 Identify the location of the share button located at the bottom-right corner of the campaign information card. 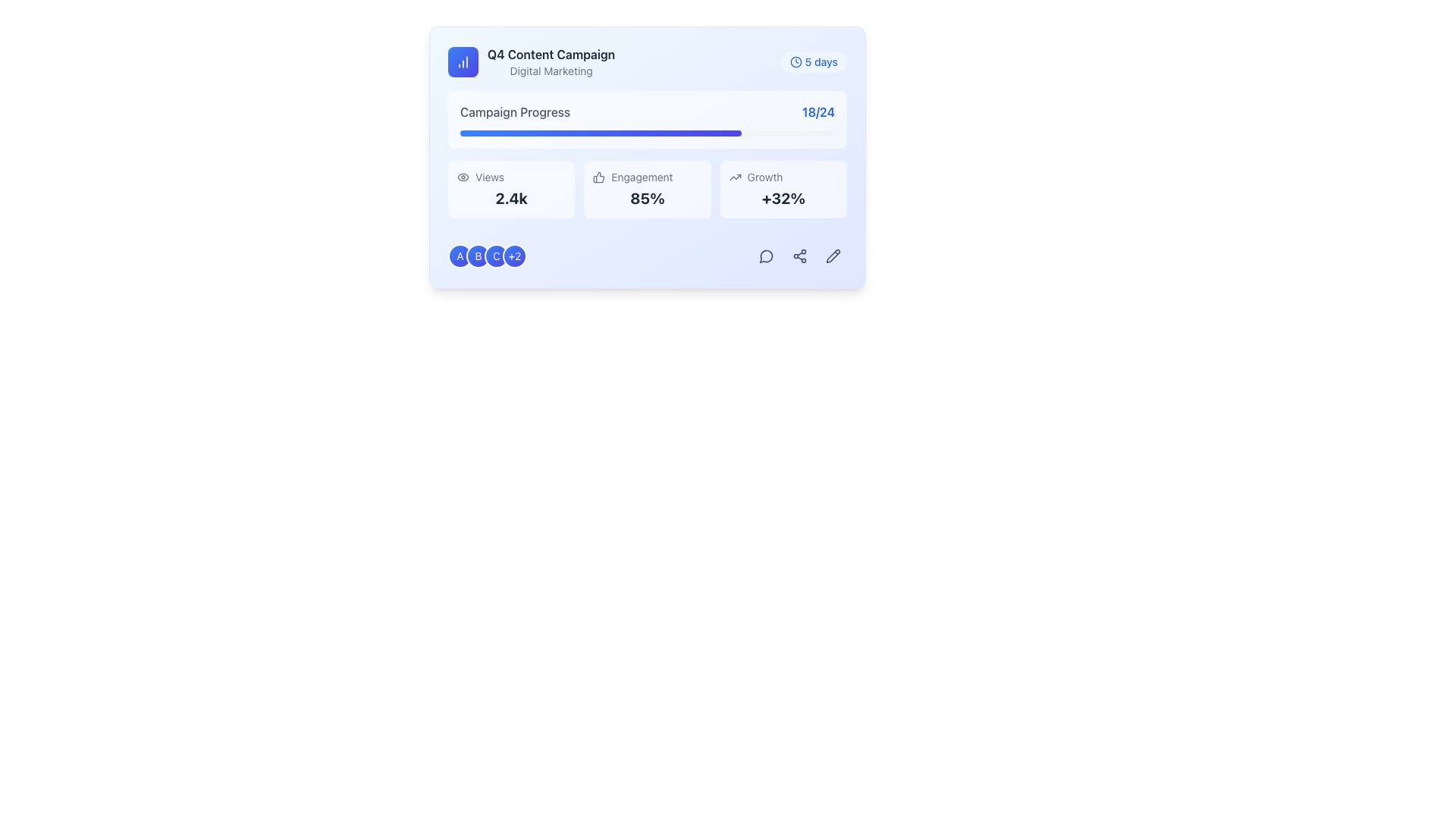
(799, 256).